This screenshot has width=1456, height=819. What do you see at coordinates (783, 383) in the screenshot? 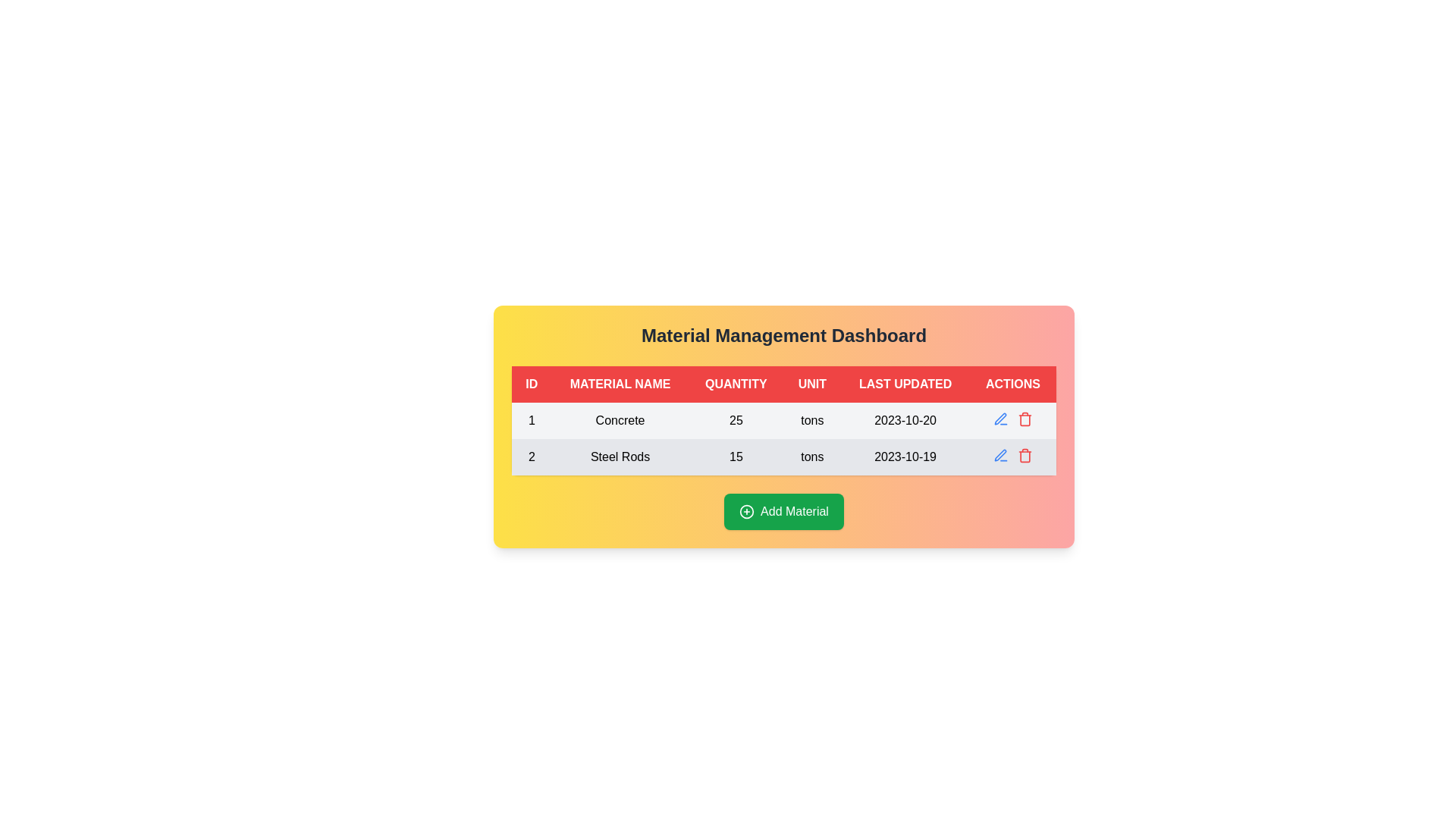
I see `the Table Header element with a red background and white uppercase text that contains column titles including 'ID', 'Material Name', 'Quantity', 'Unit', 'Last Updated', and 'Actions'` at bounding box center [783, 383].